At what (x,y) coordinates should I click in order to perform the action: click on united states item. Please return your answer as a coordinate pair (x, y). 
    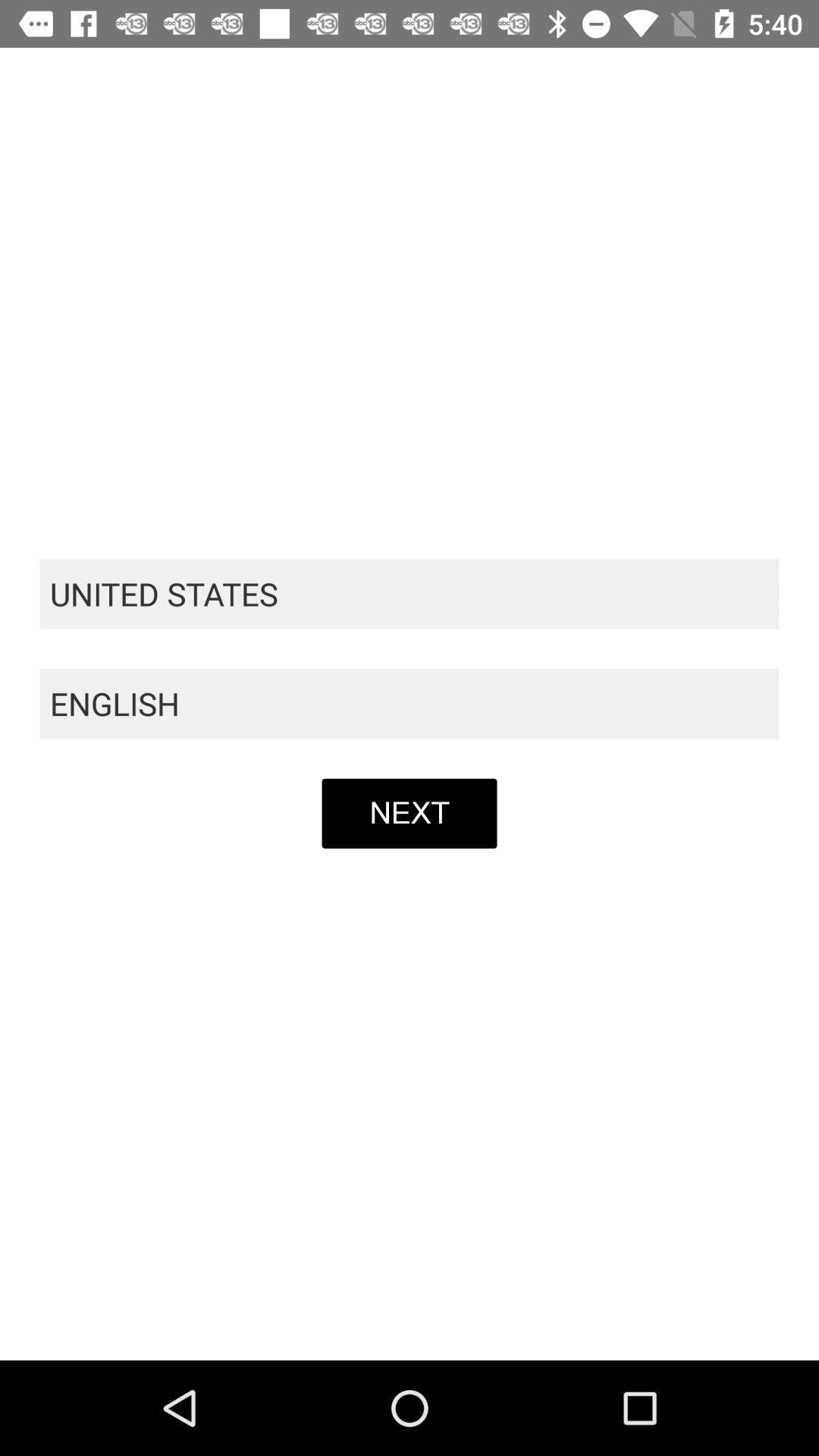
    Looking at the image, I should click on (409, 593).